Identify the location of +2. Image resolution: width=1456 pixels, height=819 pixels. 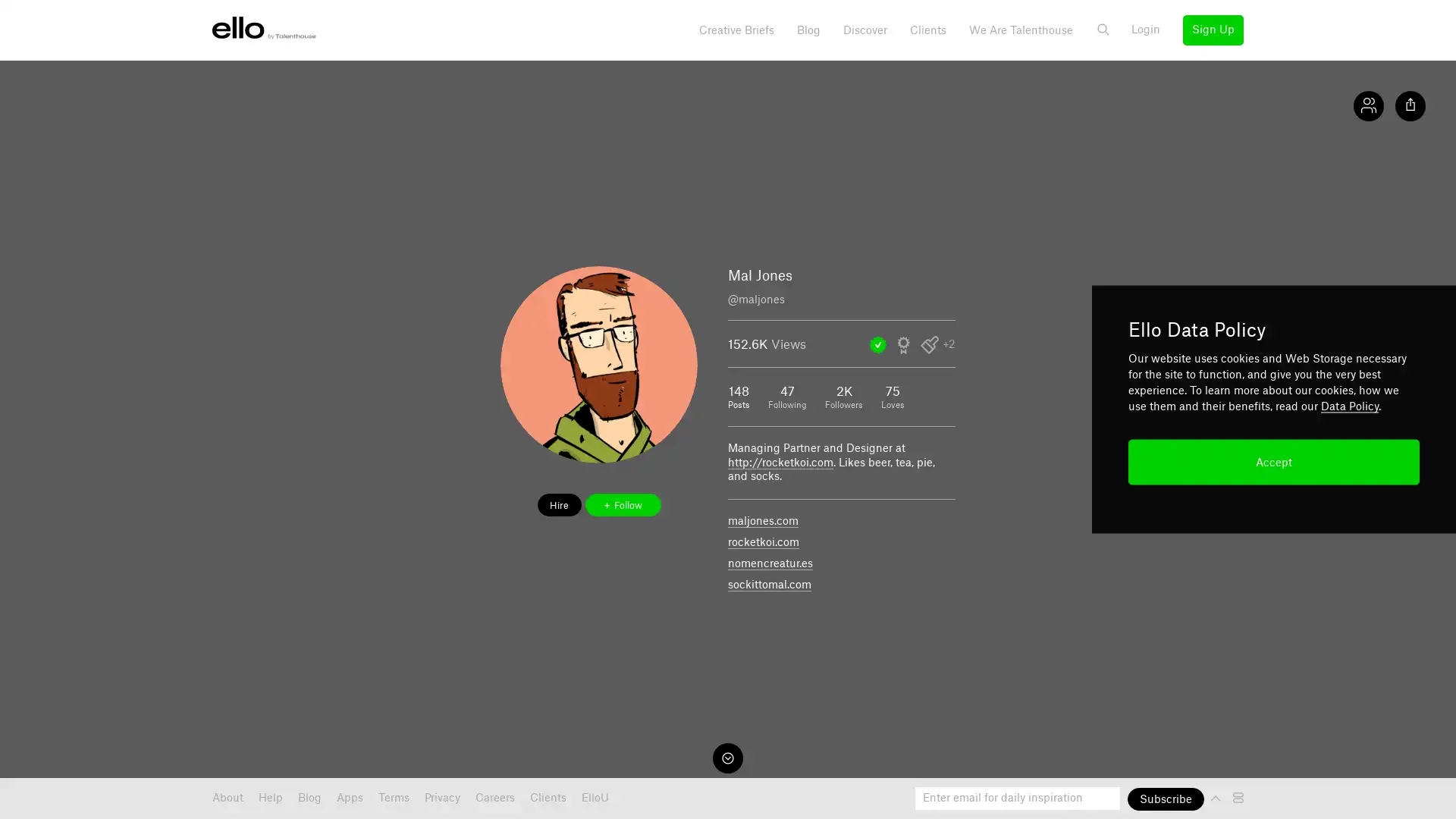
(948, 345).